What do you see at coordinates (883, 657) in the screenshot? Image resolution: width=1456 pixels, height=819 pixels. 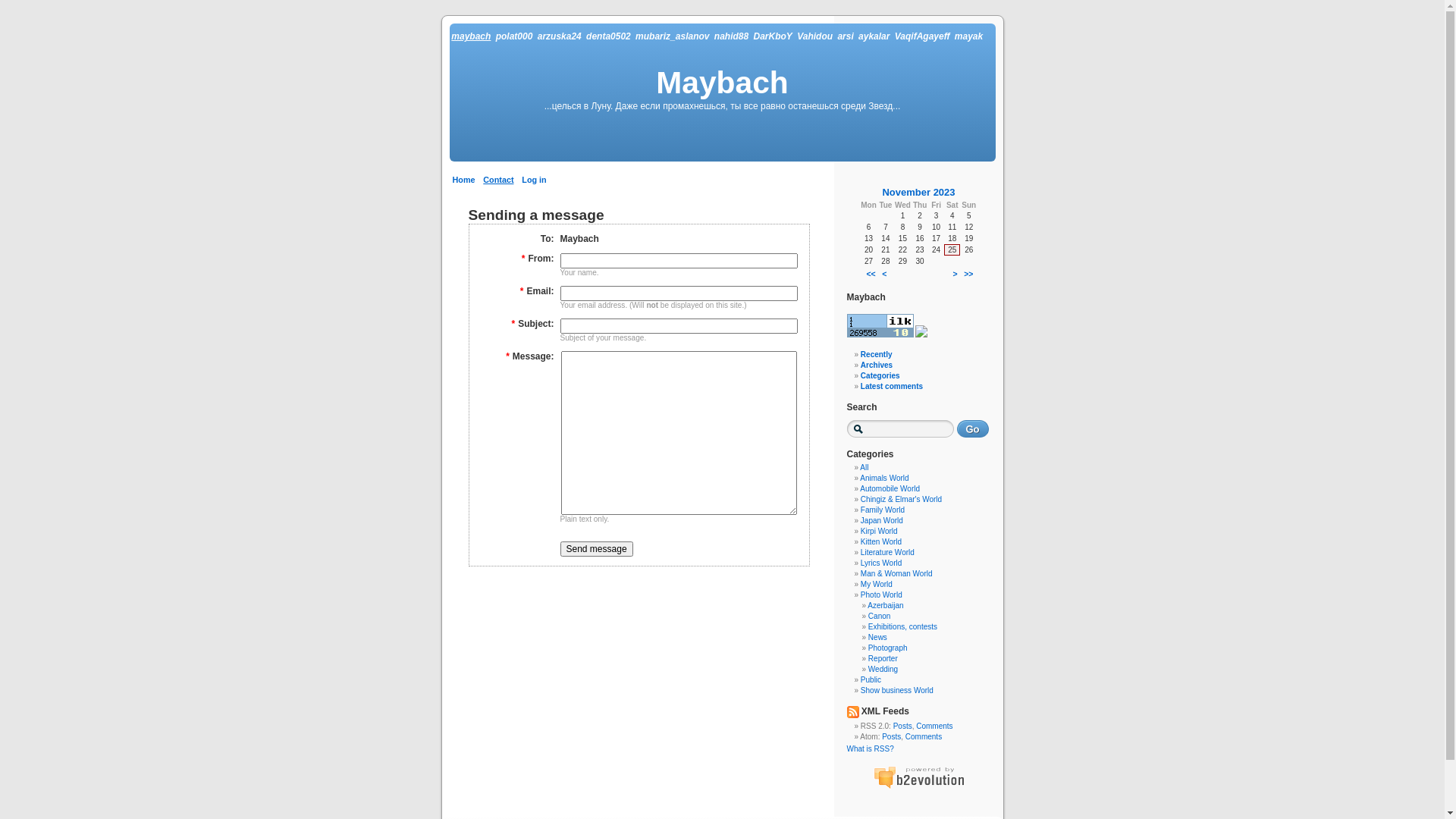 I see `'Reporter'` at bounding box center [883, 657].